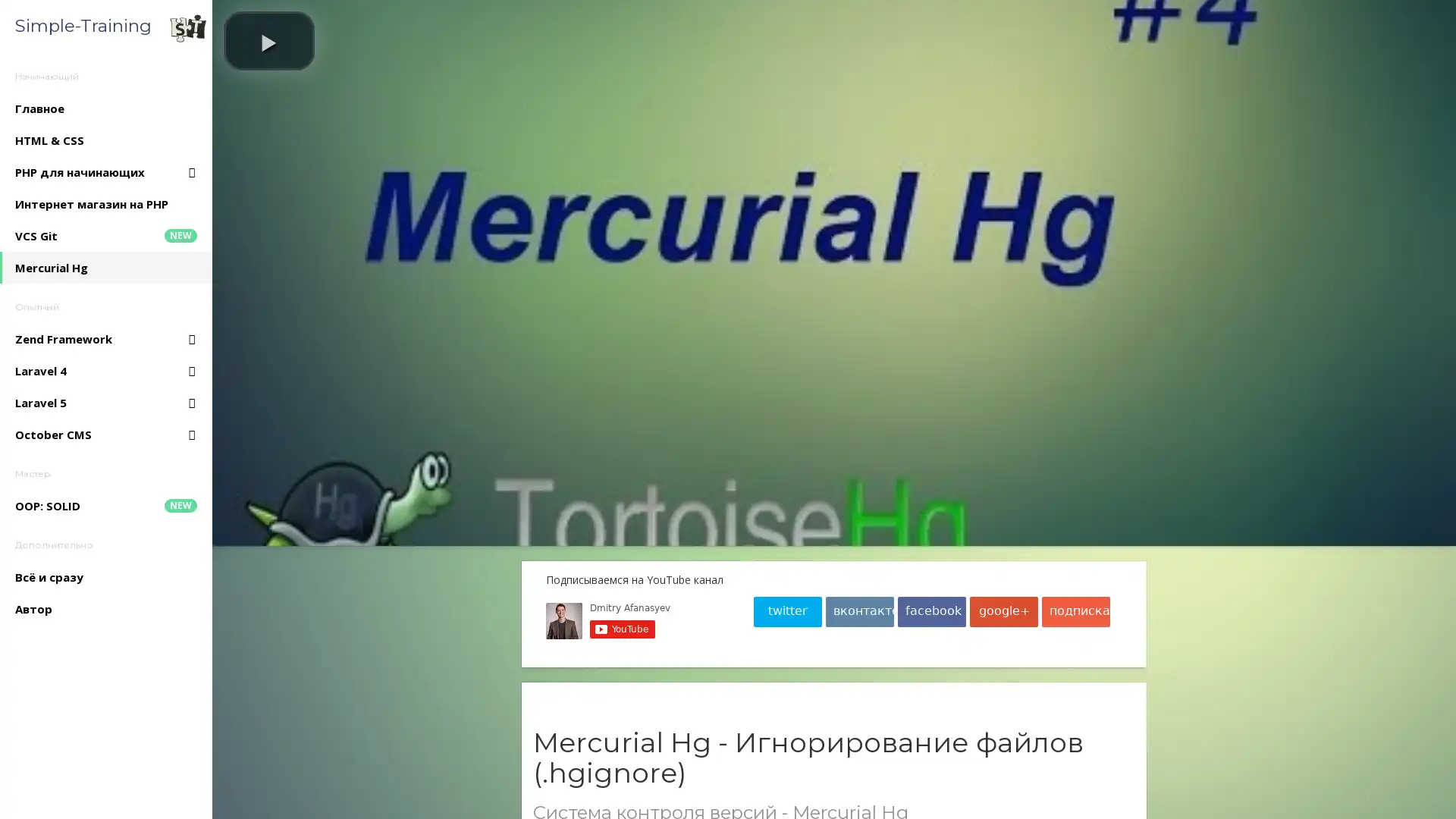  Describe the element at coordinates (269, 40) in the screenshot. I see `play video` at that location.